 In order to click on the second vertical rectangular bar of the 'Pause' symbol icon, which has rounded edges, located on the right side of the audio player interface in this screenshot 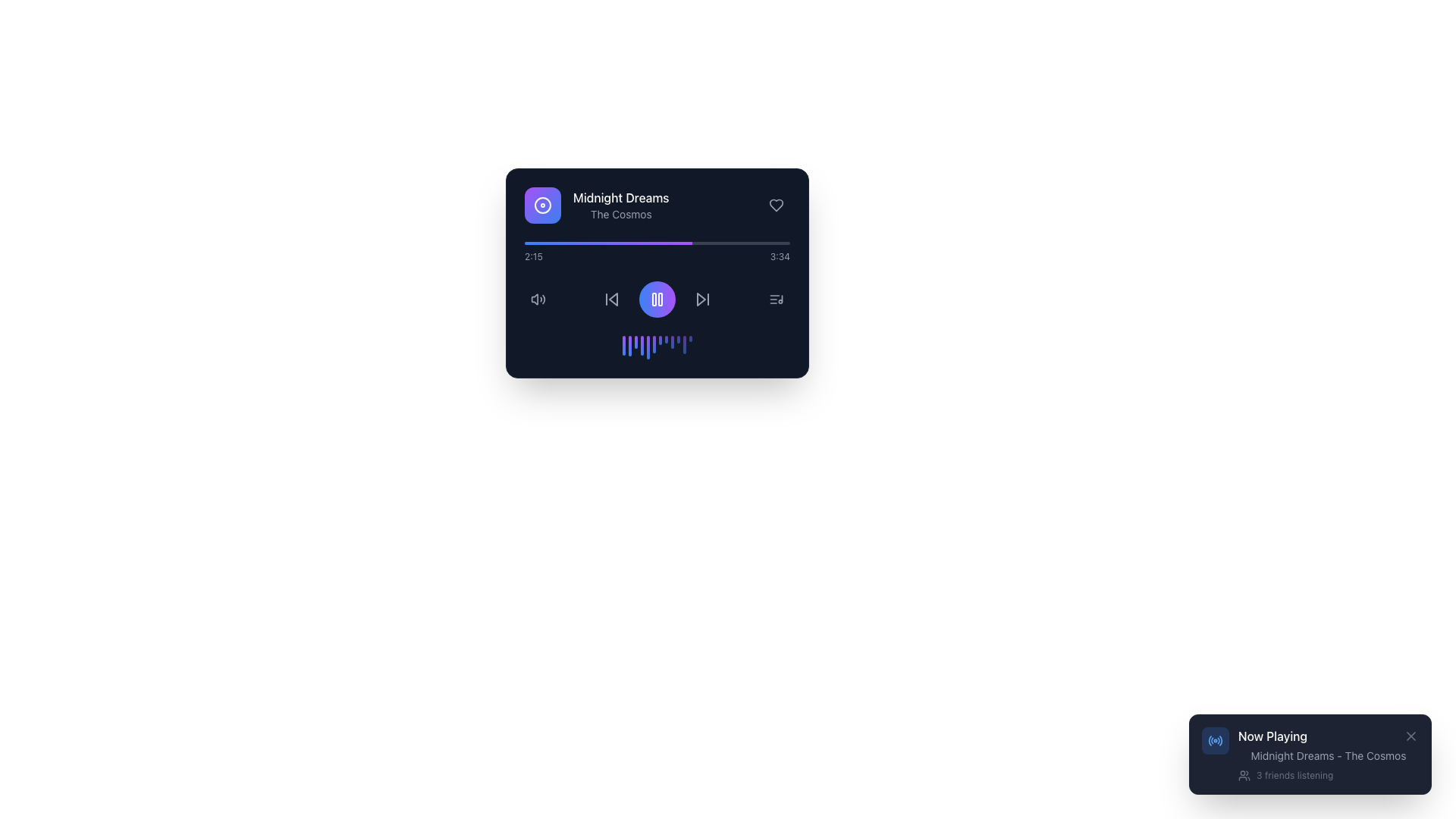, I will do `click(660, 299)`.